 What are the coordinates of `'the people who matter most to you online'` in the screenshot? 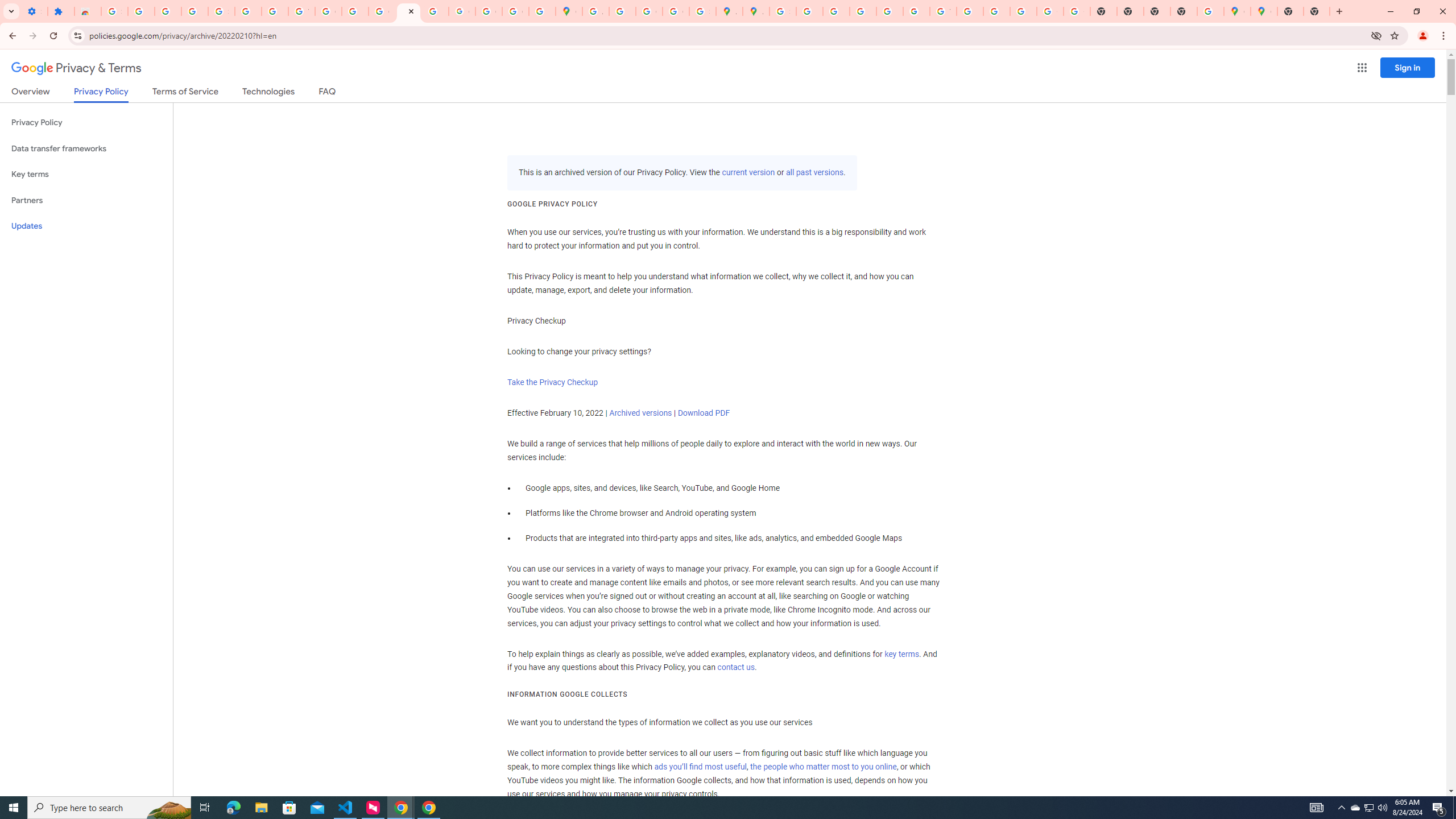 It's located at (823, 766).